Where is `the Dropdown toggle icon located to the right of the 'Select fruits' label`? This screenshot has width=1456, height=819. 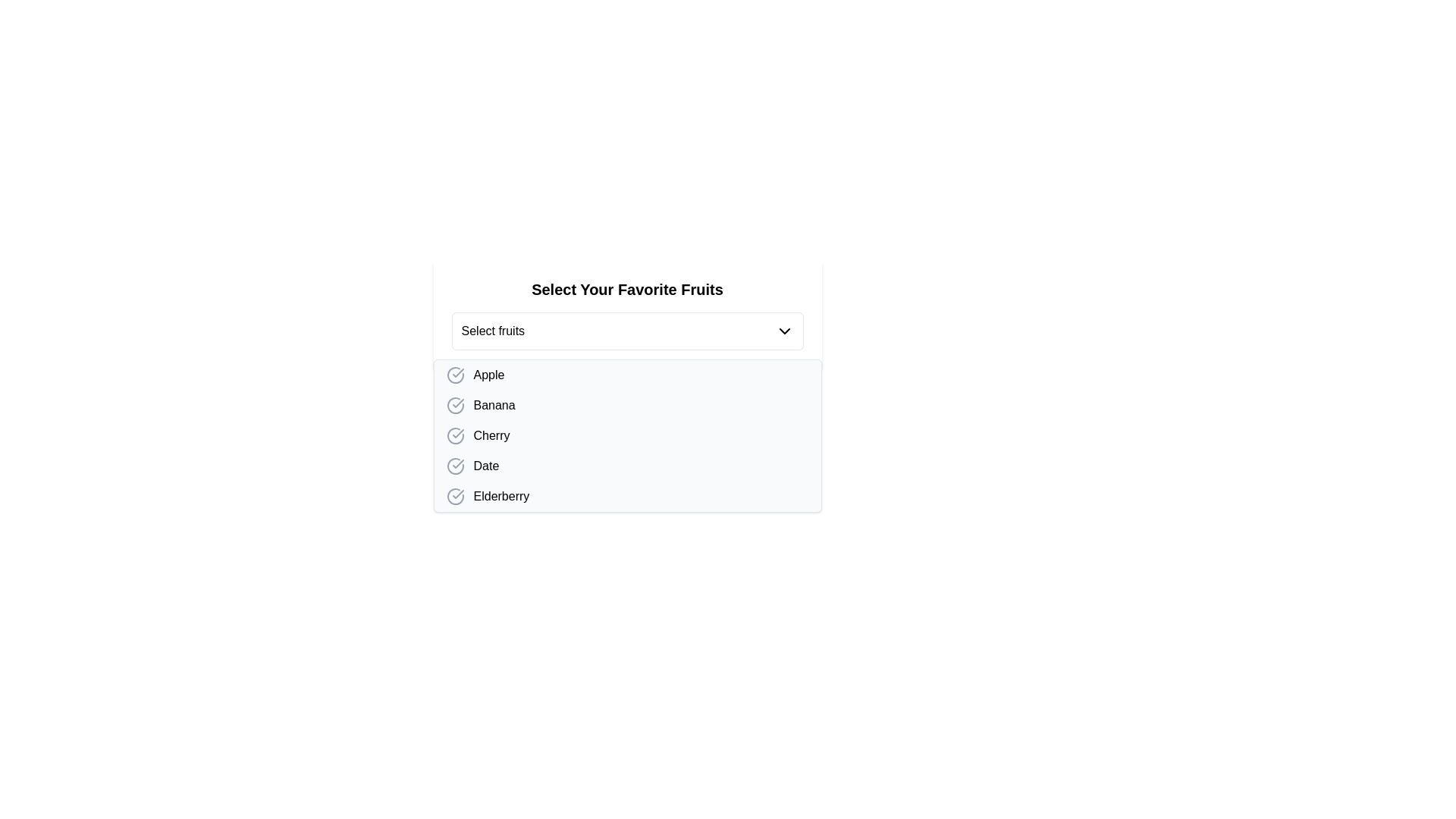 the Dropdown toggle icon located to the right of the 'Select fruits' label is located at coordinates (784, 330).